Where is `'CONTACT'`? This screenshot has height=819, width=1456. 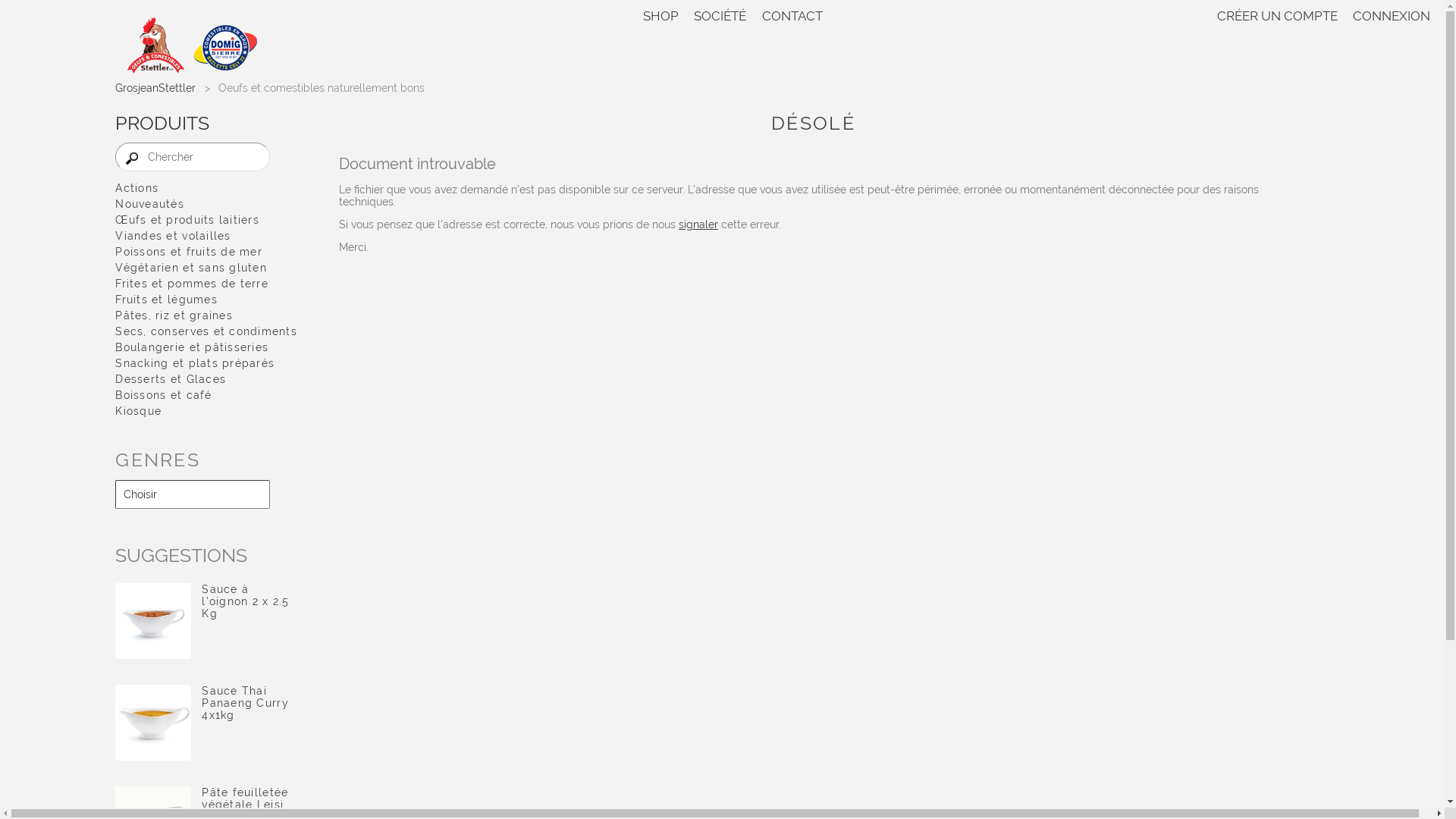
'CONTACT' is located at coordinates (792, 15).